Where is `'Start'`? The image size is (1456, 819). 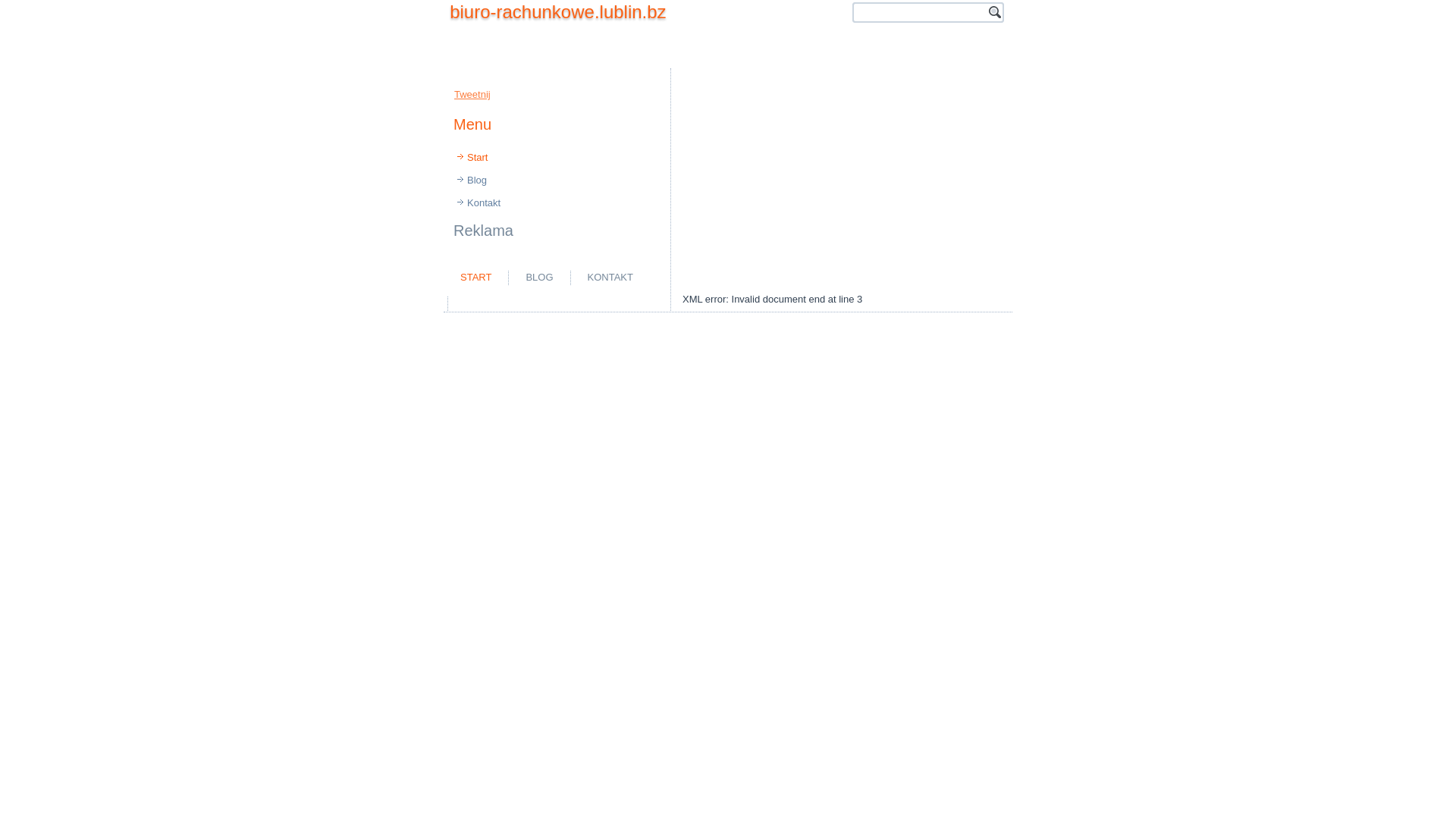
'Start' is located at coordinates (556, 158).